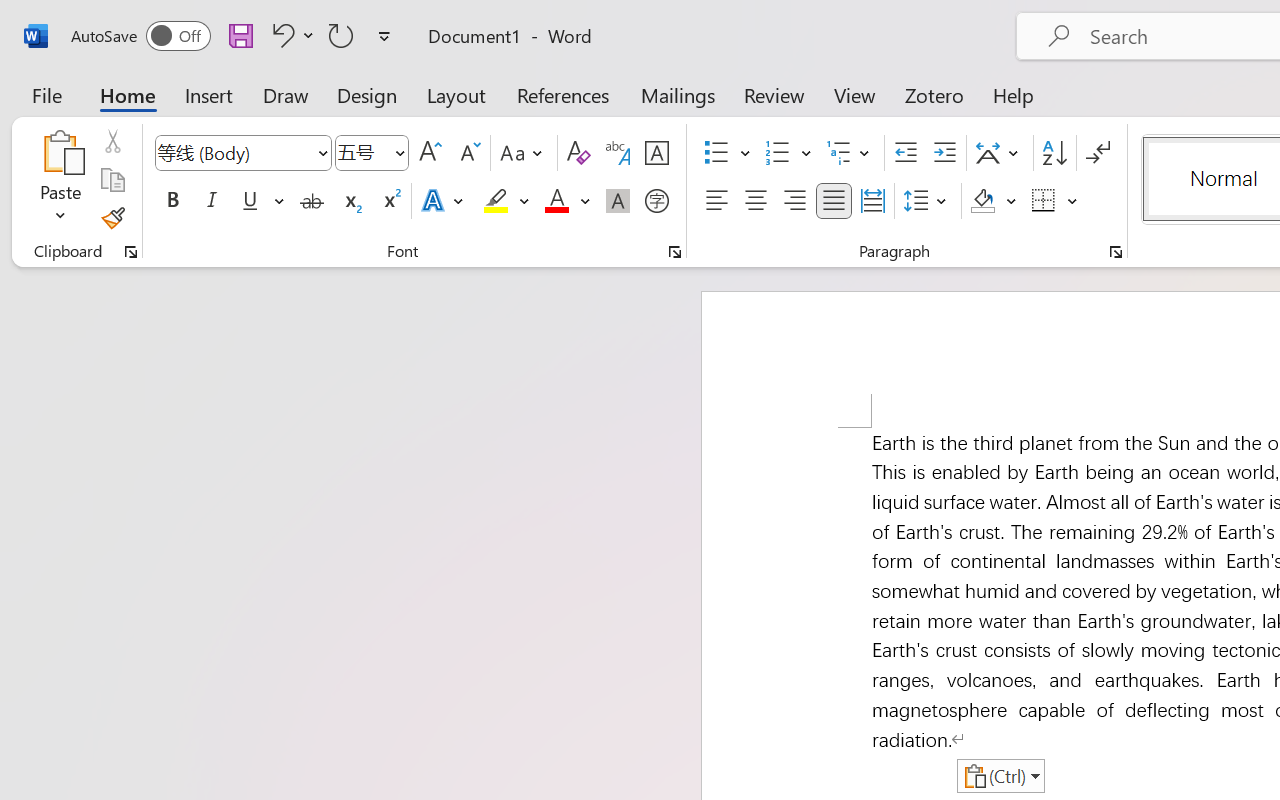 Image resolution: width=1280 pixels, height=800 pixels. Describe the element at coordinates (983, 201) in the screenshot. I see `'Shading RGB(0, 0, 0)'` at that location.